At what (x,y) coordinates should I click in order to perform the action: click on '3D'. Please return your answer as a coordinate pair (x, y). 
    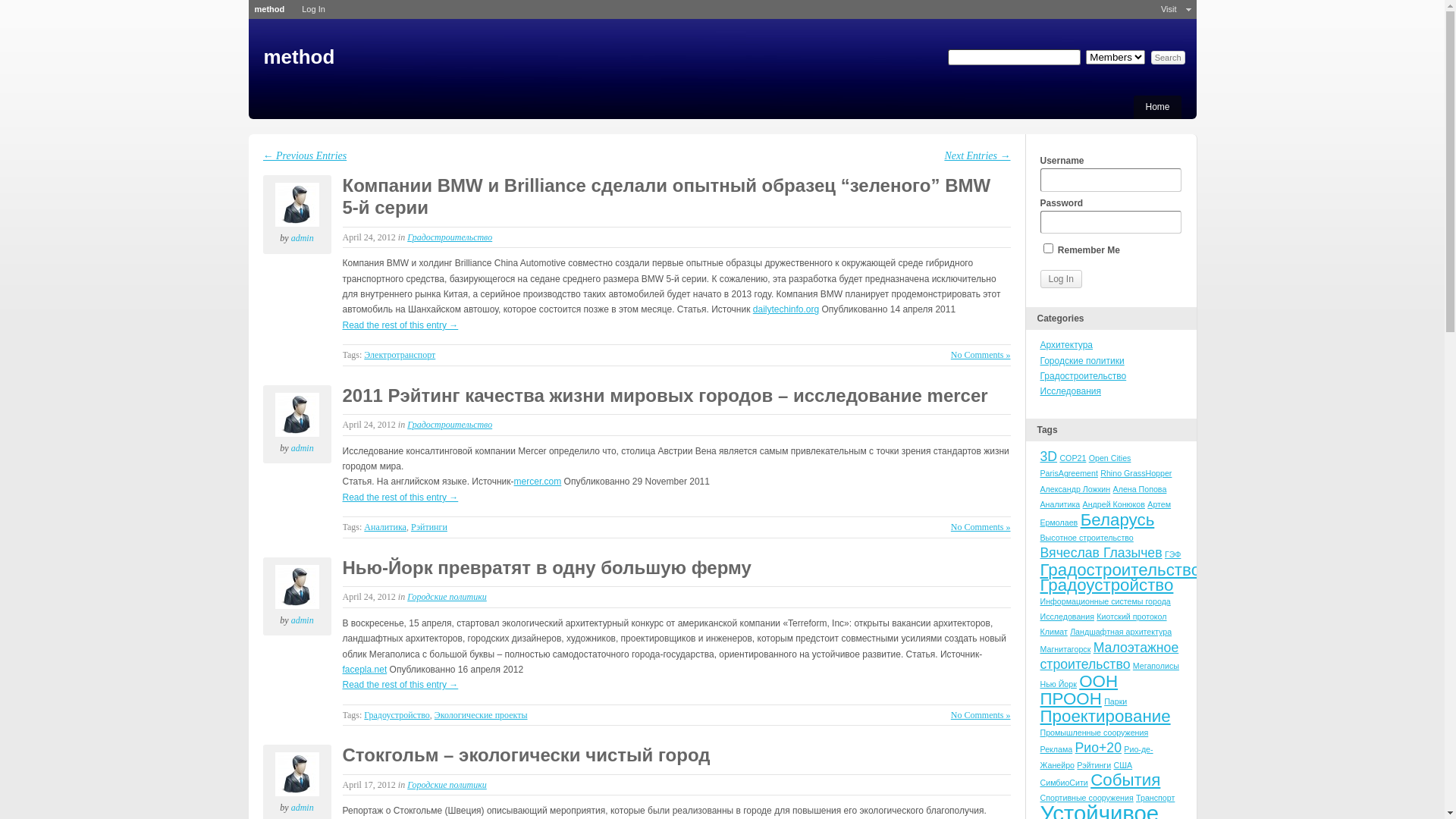
    Looking at the image, I should click on (1040, 455).